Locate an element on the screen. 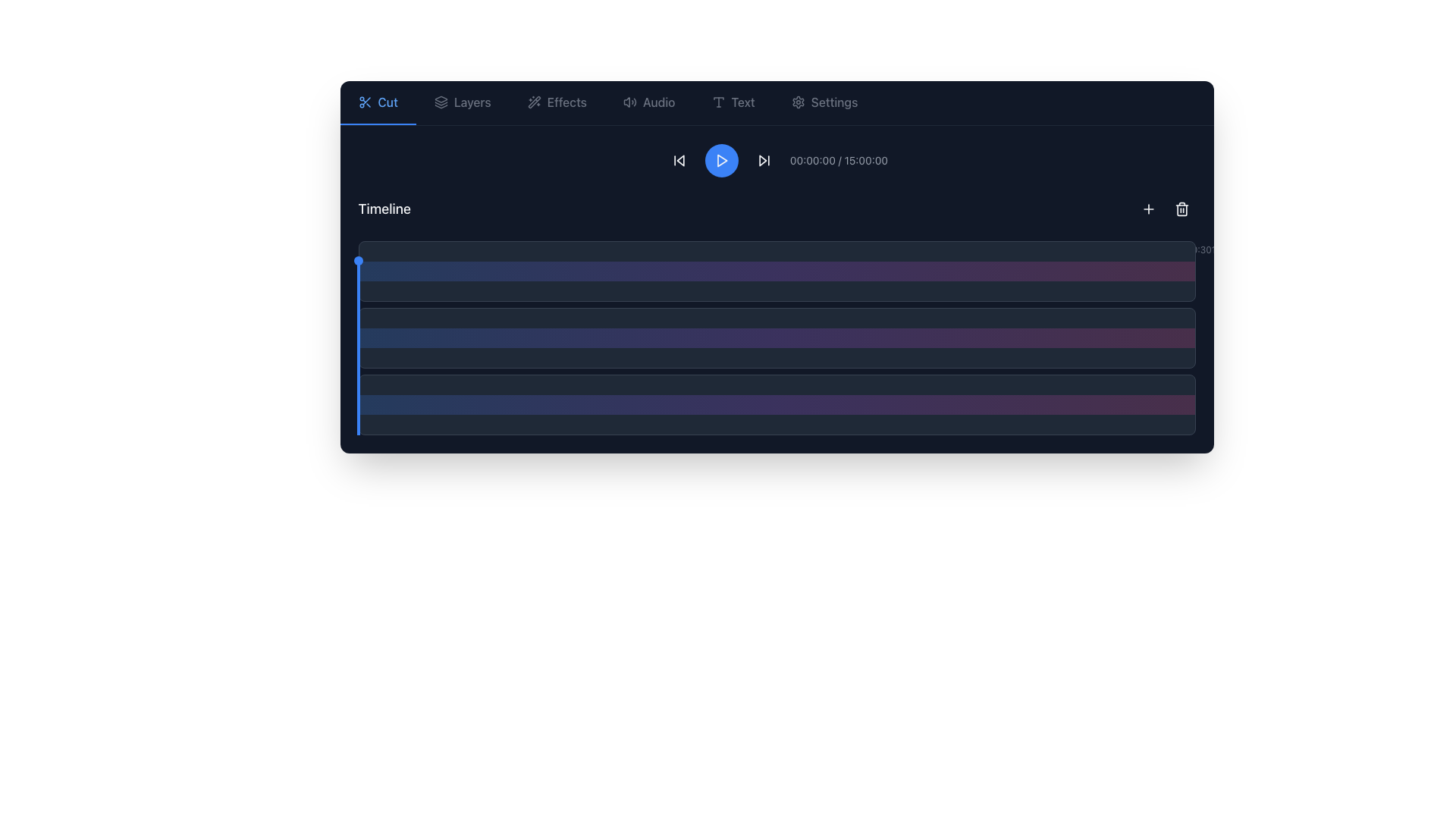 The image size is (1456, 819). the 'Audio' text element in the navigation toolbar, which is styled with medium font weight and located between a speaker icon and other navigation options is located at coordinates (659, 102).